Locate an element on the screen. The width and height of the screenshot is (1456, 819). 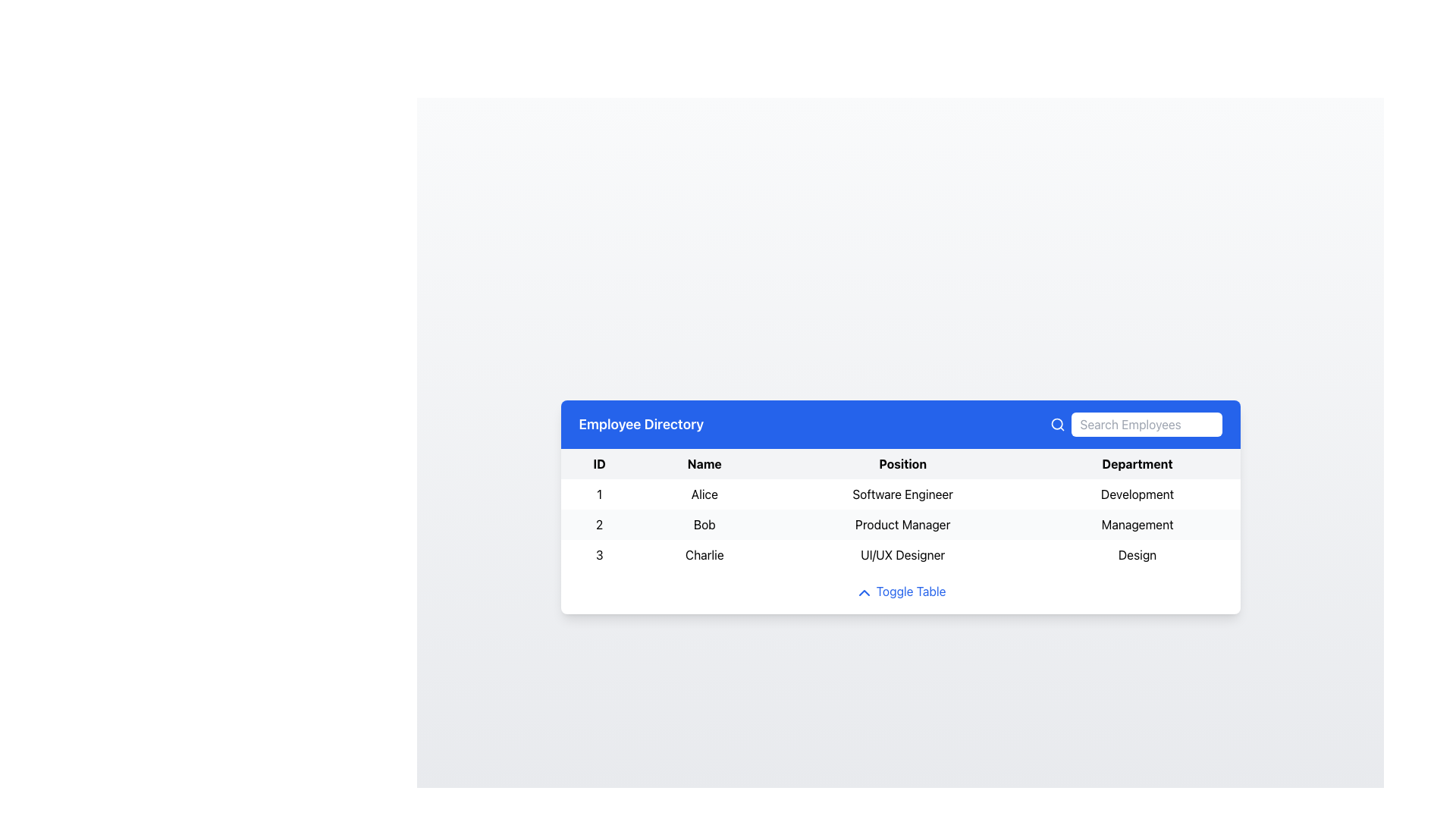
the 'ID' text label, which is the first header item in a table layout, styled in bold with padding is located at coordinates (598, 463).